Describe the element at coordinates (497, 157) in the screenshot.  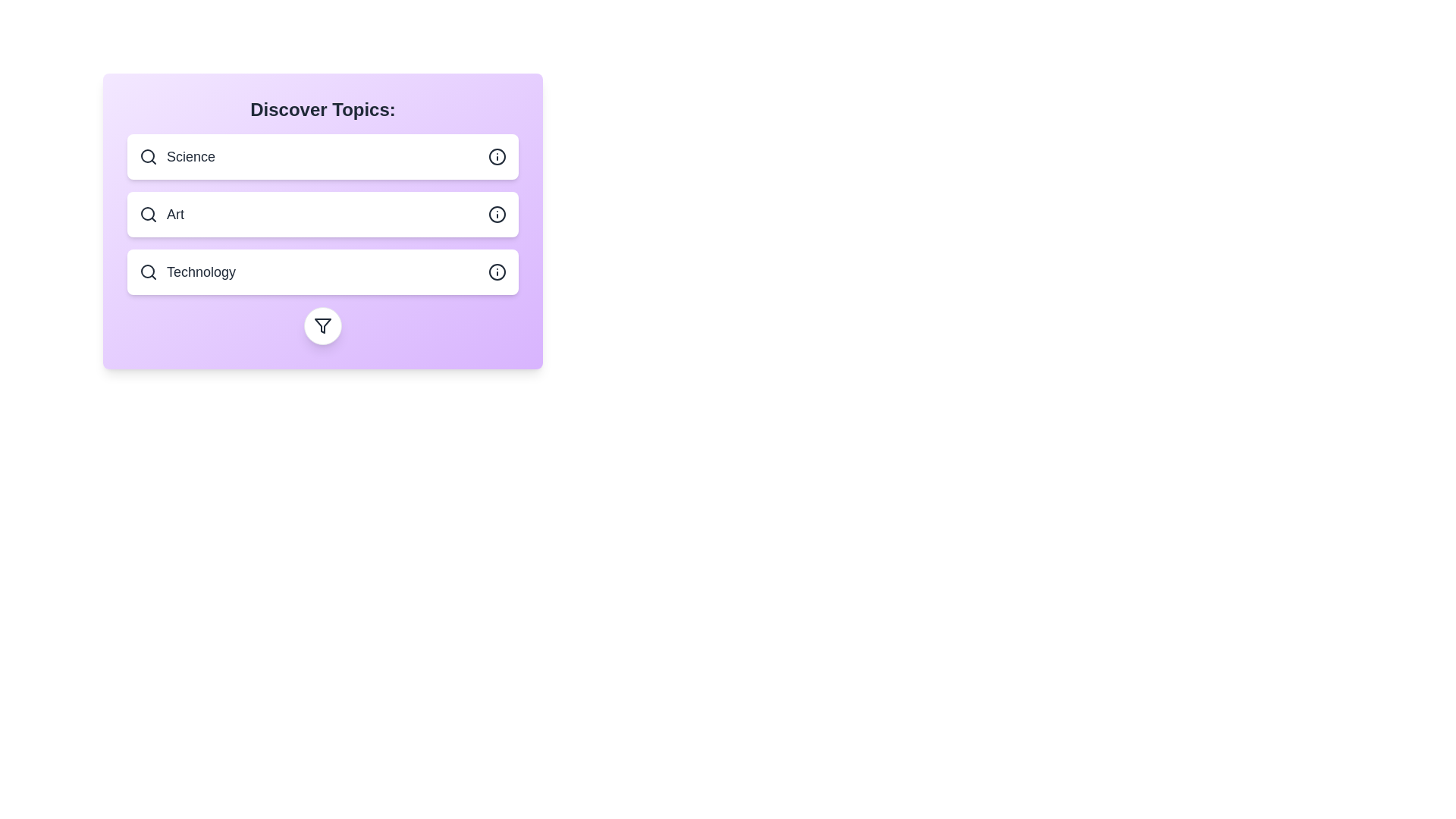
I see `information icon next to the topic Science` at that location.